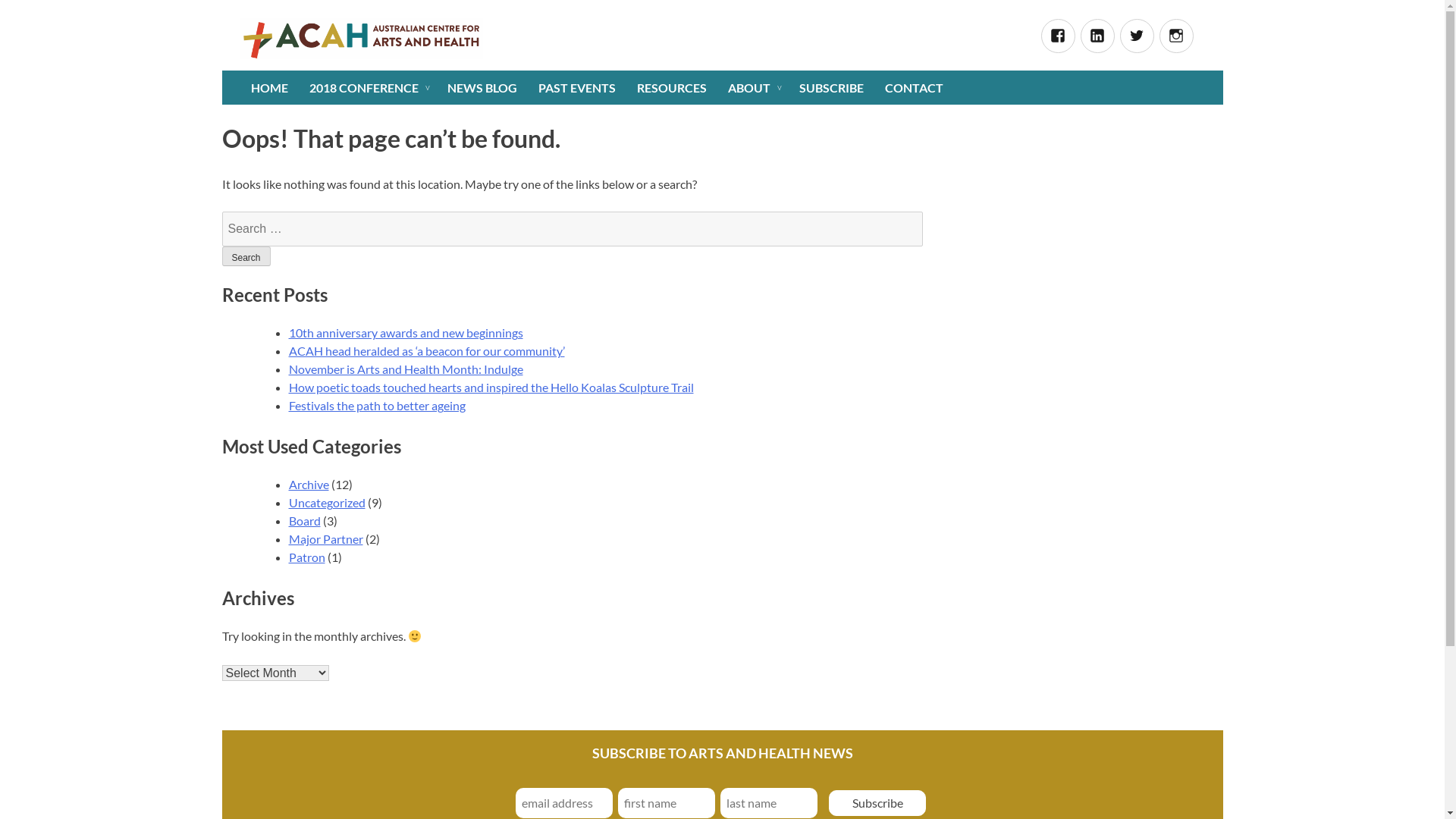 The image size is (1456, 819). What do you see at coordinates (405, 369) in the screenshot?
I see `'November is Arts and Health Month: Indulge'` at bounding box center [405, 369].